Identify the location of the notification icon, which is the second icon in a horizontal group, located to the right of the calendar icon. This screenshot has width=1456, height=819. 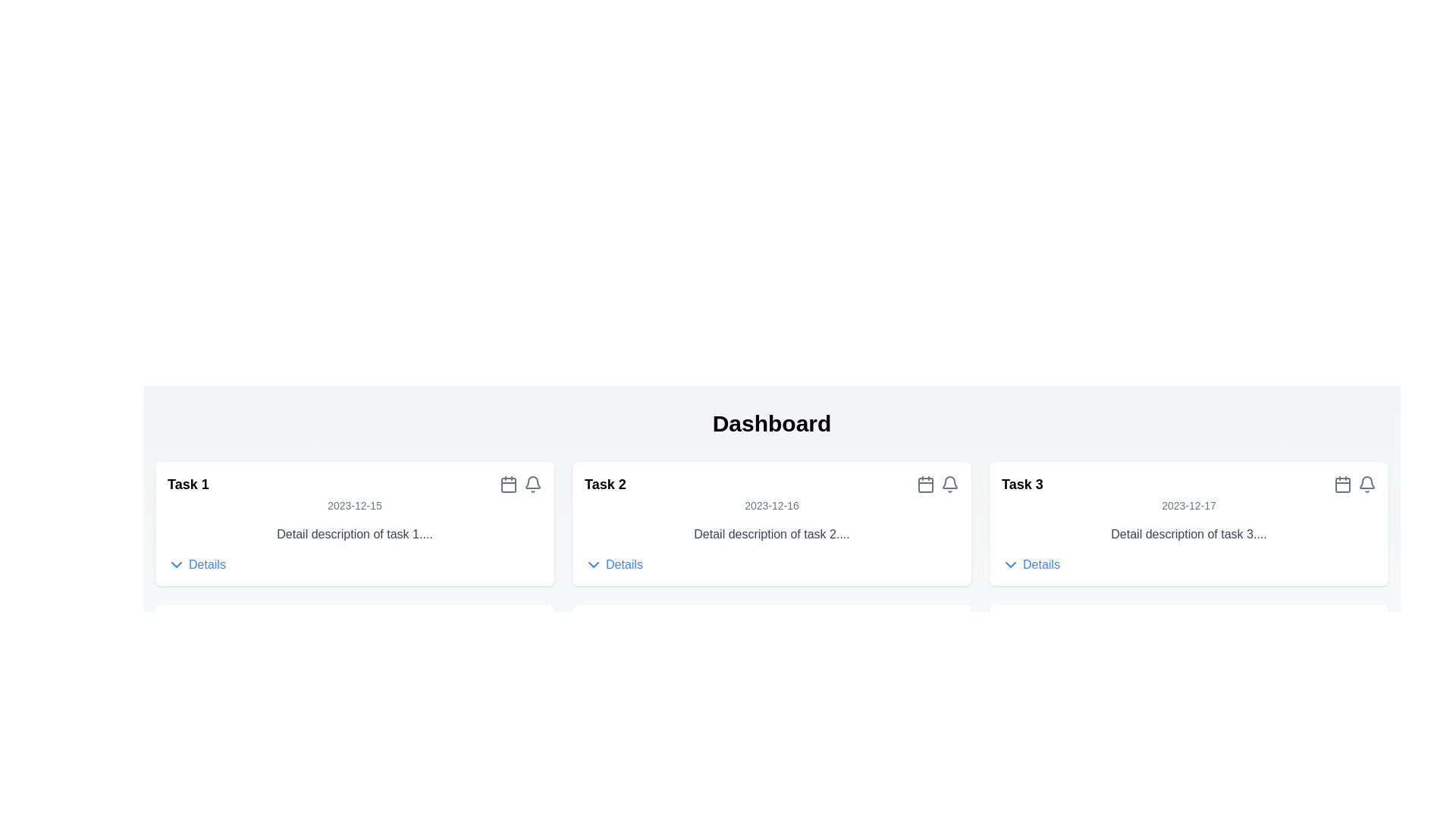
(1367, 485).